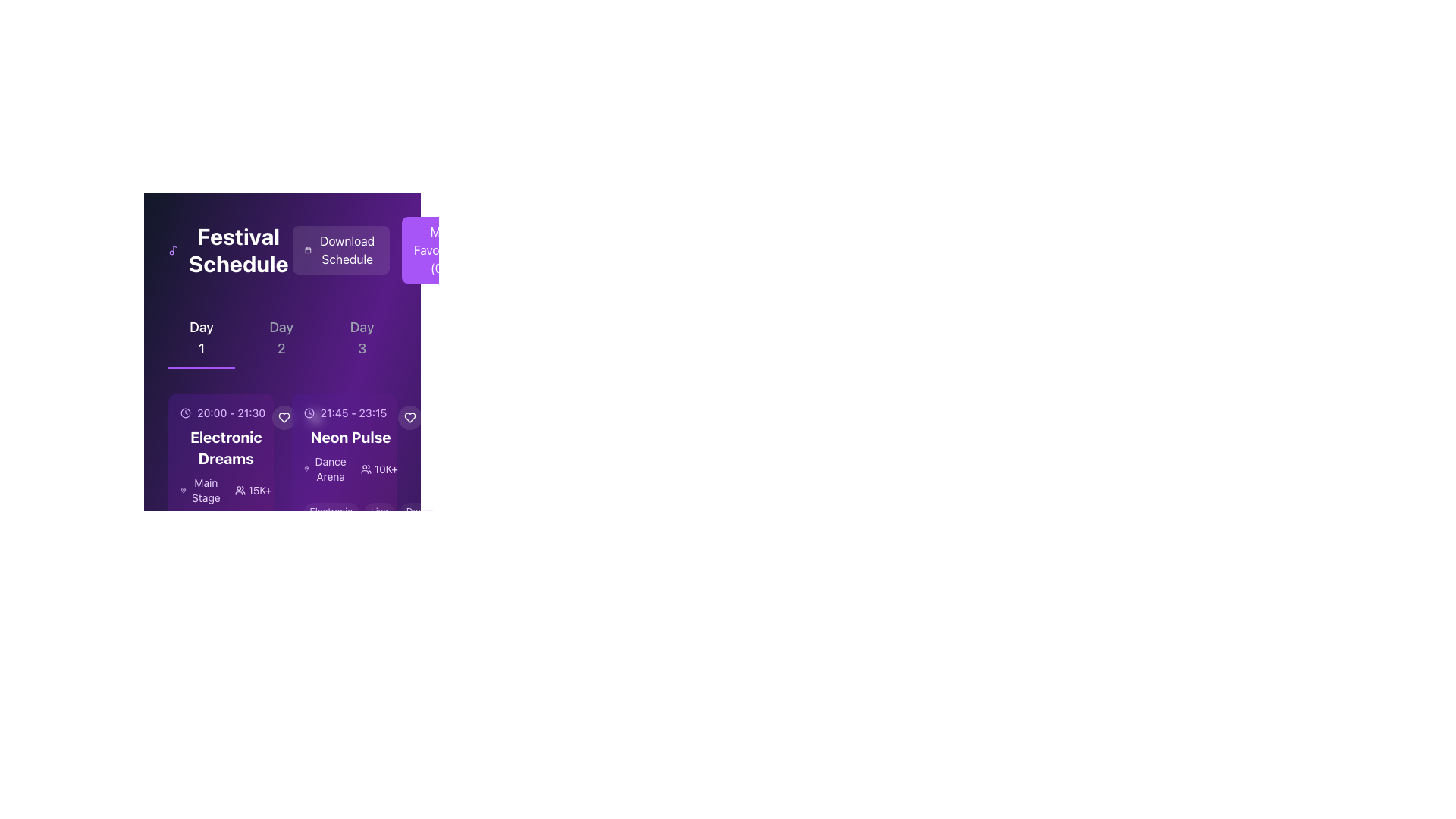 This screenshot has width=1456, height=819. What do you see at coordinates (184, 598) in the screenshot?
I see `the circular SVG element that represents the clock icon, located at the lower part of the interface near the schedule layout` at bounding box center [184, 598].